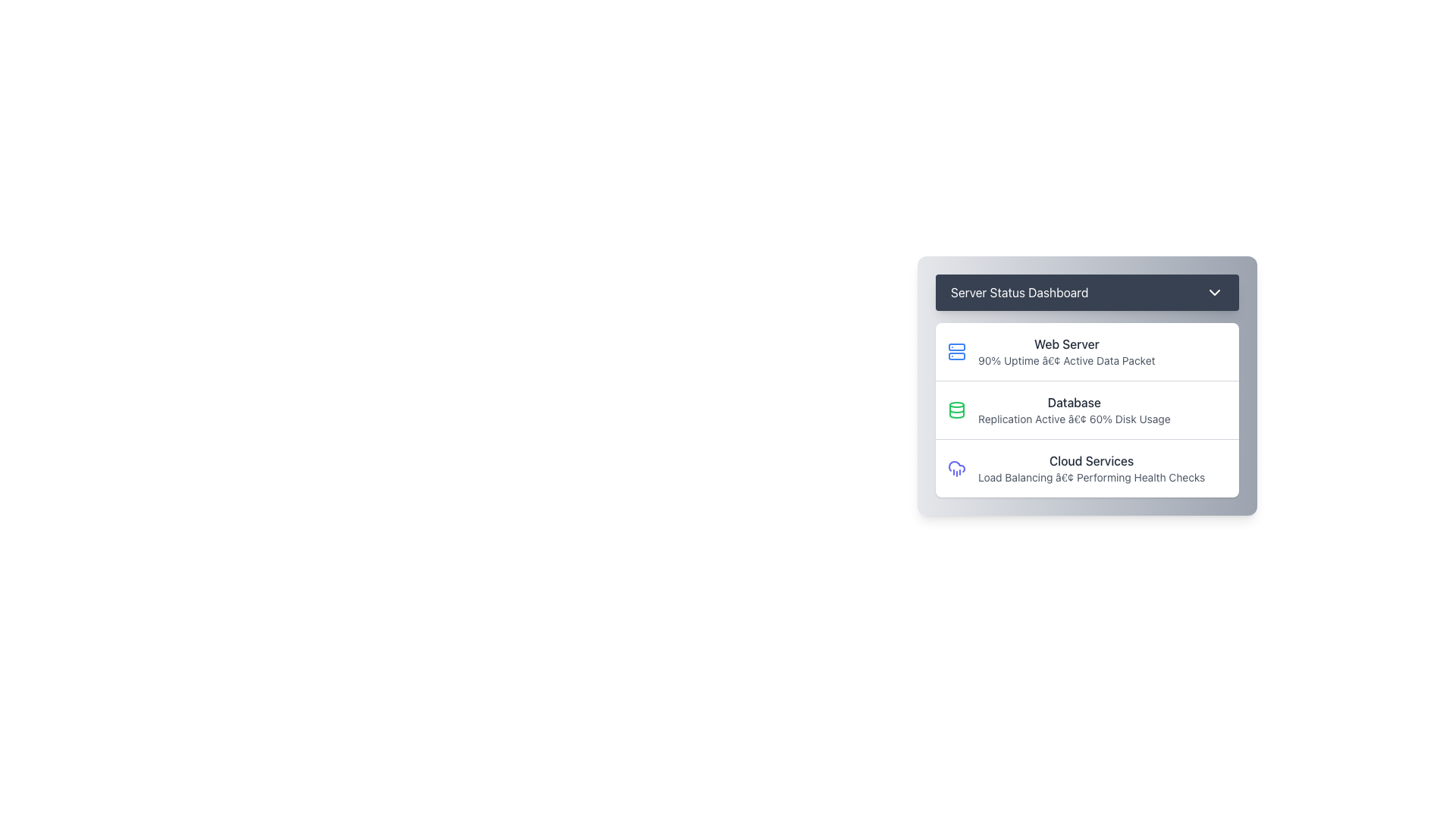 This screenshot has height=819, width=1456. Describe the element at coordinates (956, 356) in the screenshot. I see `the second rectangle inside the 'Web Server' icon in the 'Server Status Dashboard', which visually represents part of a server rack` at that location.